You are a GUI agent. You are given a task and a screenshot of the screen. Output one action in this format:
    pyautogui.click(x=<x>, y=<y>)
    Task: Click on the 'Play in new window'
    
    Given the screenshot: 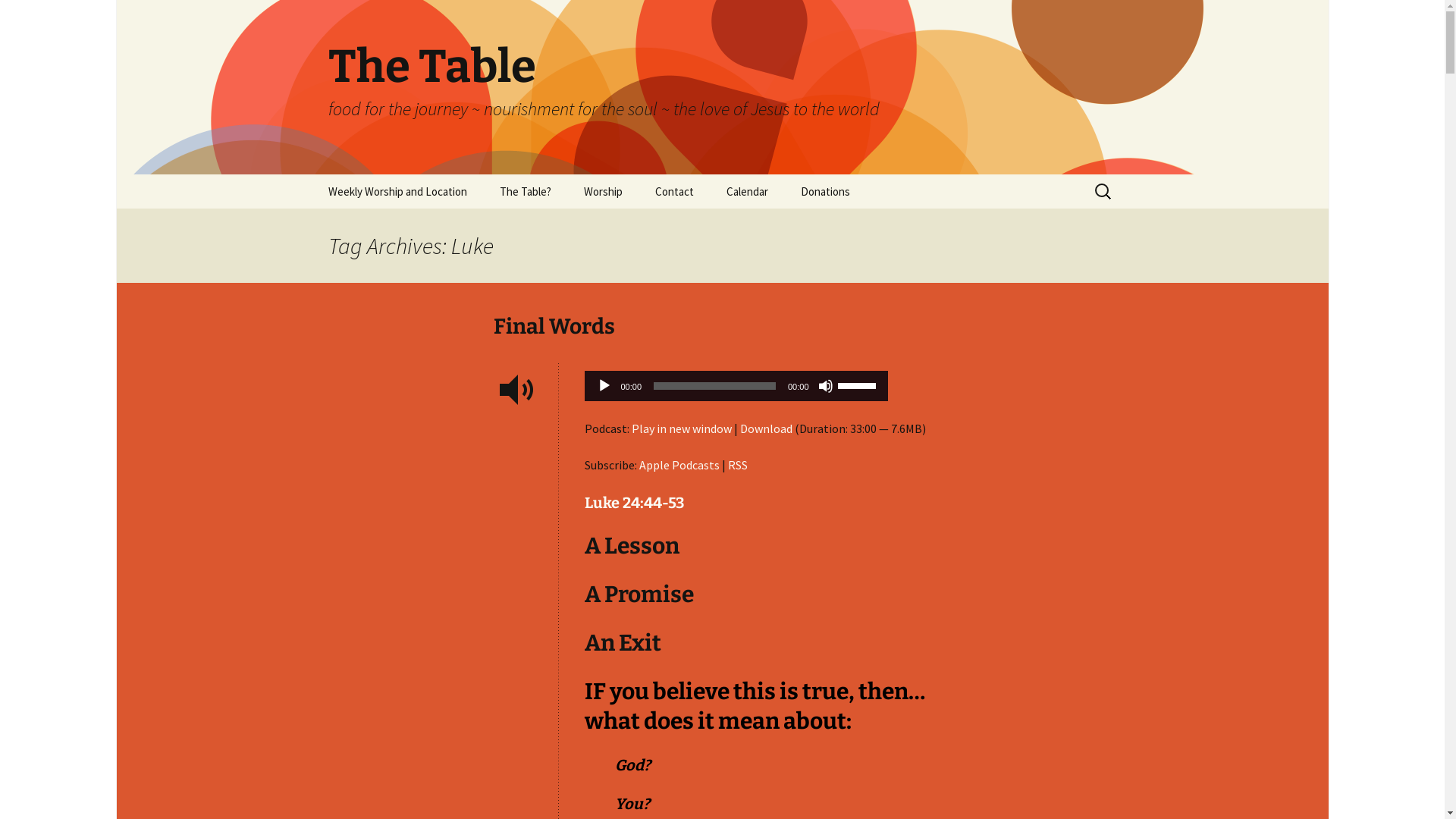 What is the action you would take?
    pyautogui.click(x=679, y=428)
    